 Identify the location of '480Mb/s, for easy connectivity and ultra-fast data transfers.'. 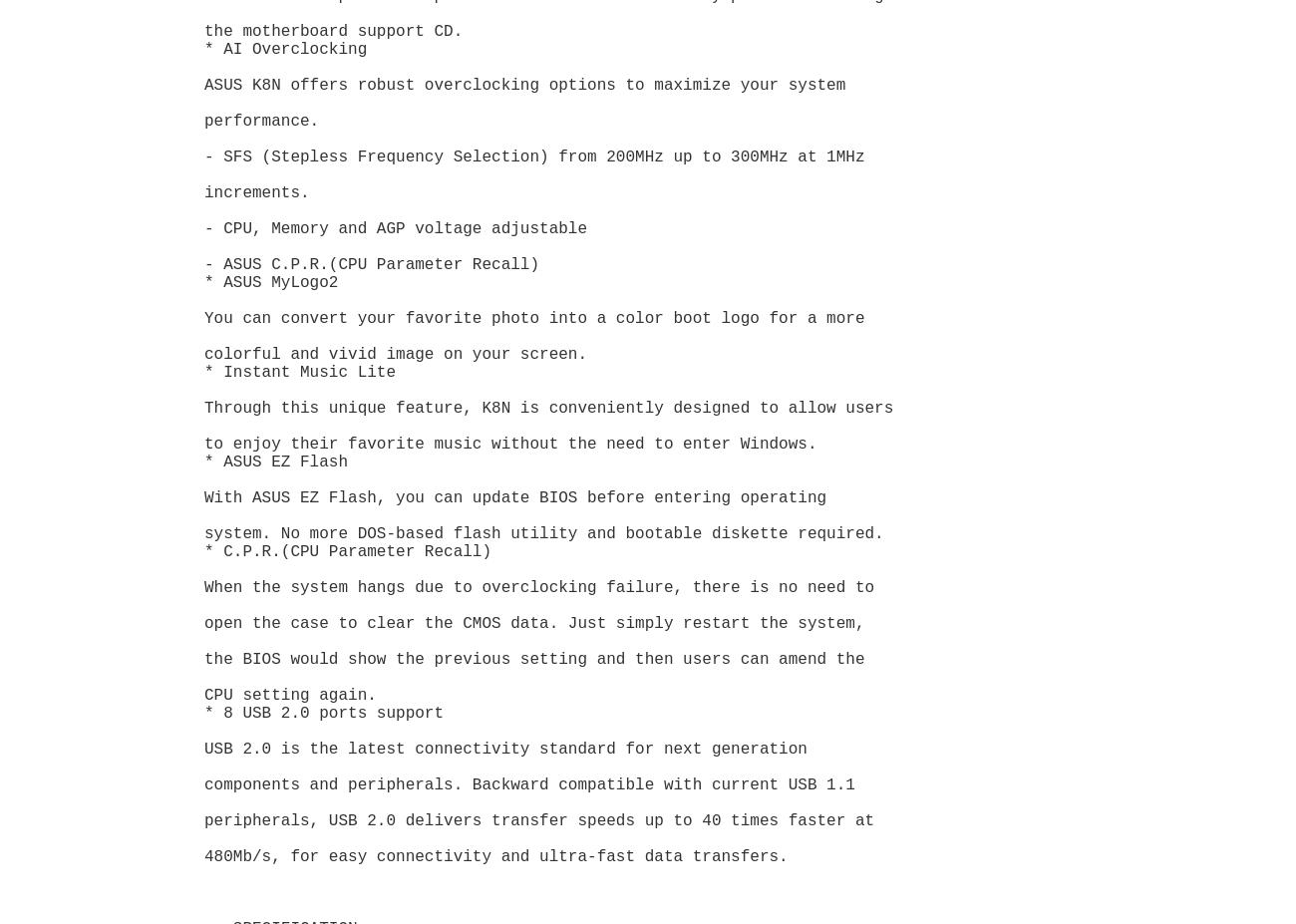
(204, 856).